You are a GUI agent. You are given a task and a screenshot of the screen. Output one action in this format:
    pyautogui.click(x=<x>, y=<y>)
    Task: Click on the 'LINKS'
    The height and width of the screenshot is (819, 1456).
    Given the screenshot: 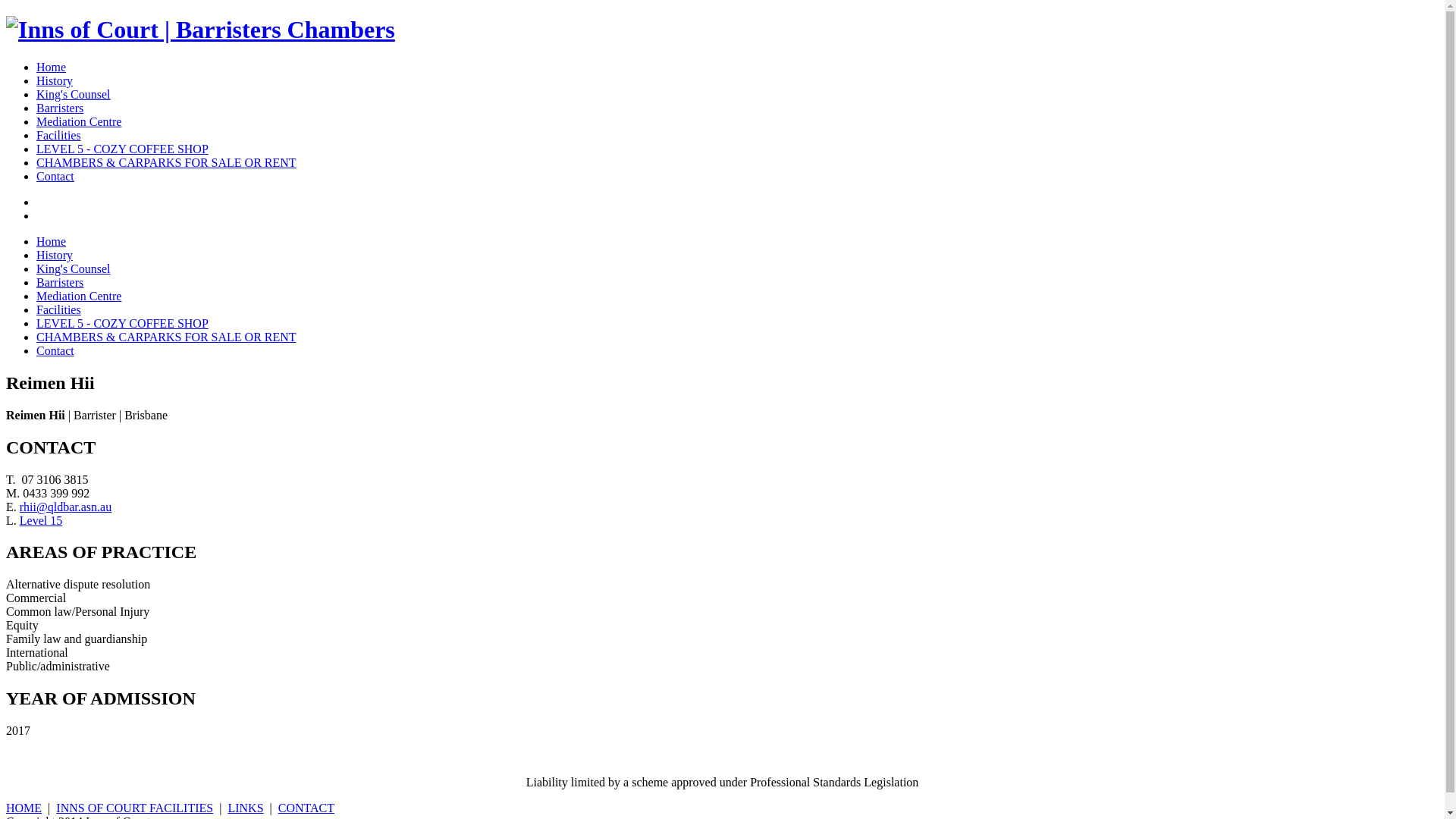 What is the action you would take?
    pyautogui.click(x=226, y=807)
    